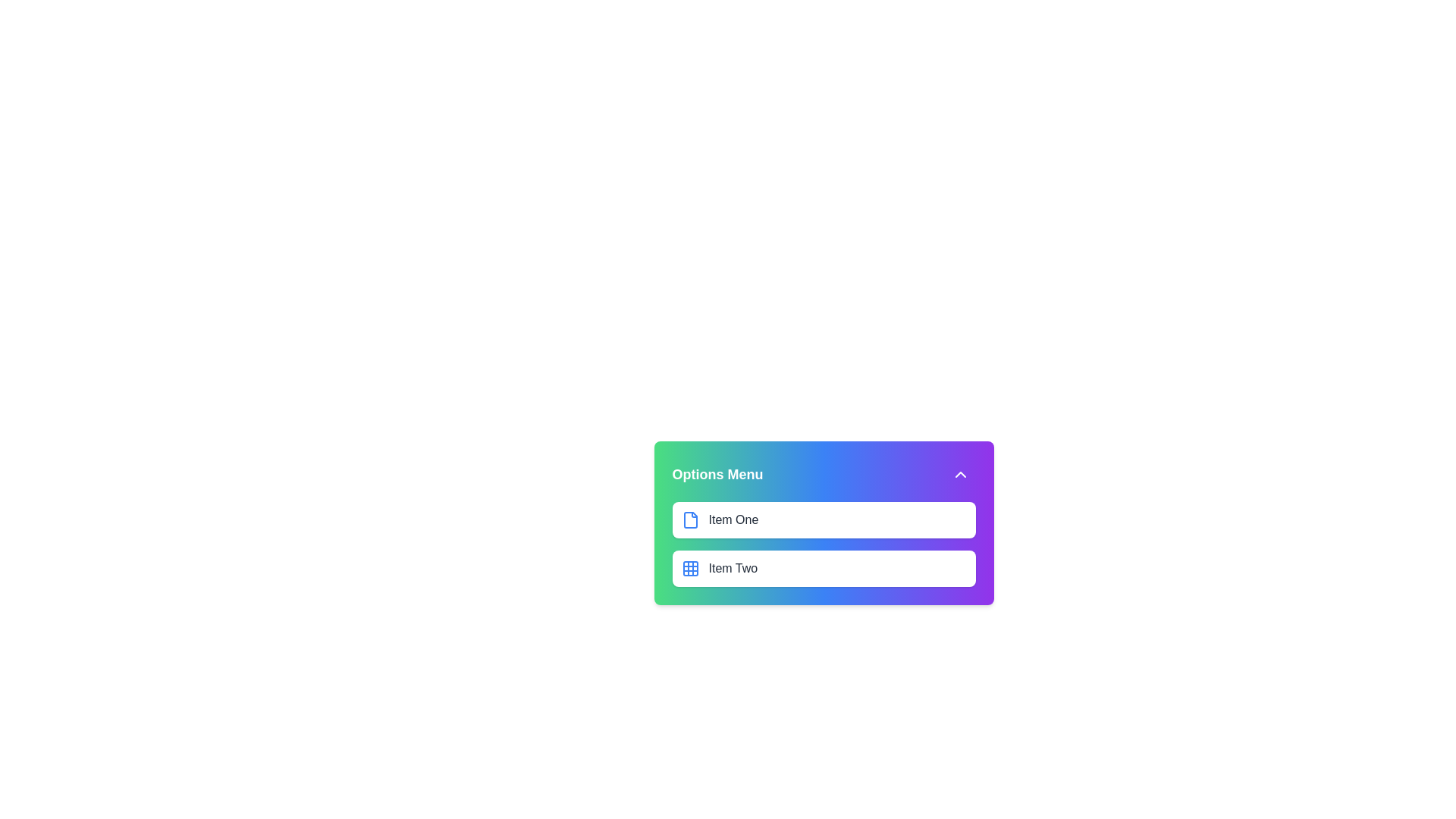 This screenshot has height=819, width=1456. What do you see at coordinates (689, 519) in the screenshot?
I see `the document icon positioned to the left of 'Item One' in the Options Menu` at bounding box center [689, 519].